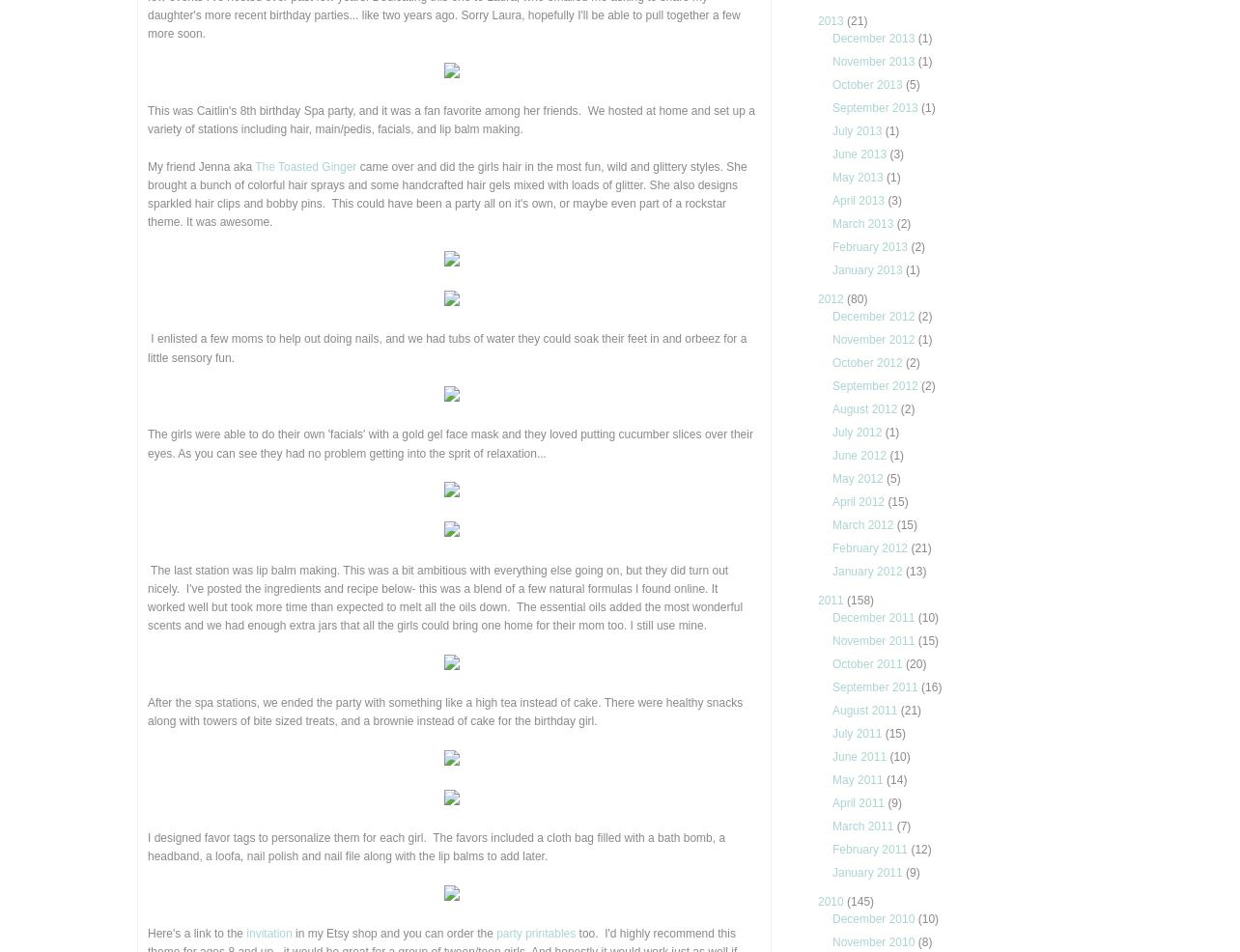  What do you see at coordinates (436, 846) in the screenshot?
I see `'I designed favor tags to personalize them for each girl.  The favors included a cloth bag filled with a bath bomb, a headband, a loofa, nail polish and nail file along with the lip balms to add later.'` at bounding box center [436, 846].